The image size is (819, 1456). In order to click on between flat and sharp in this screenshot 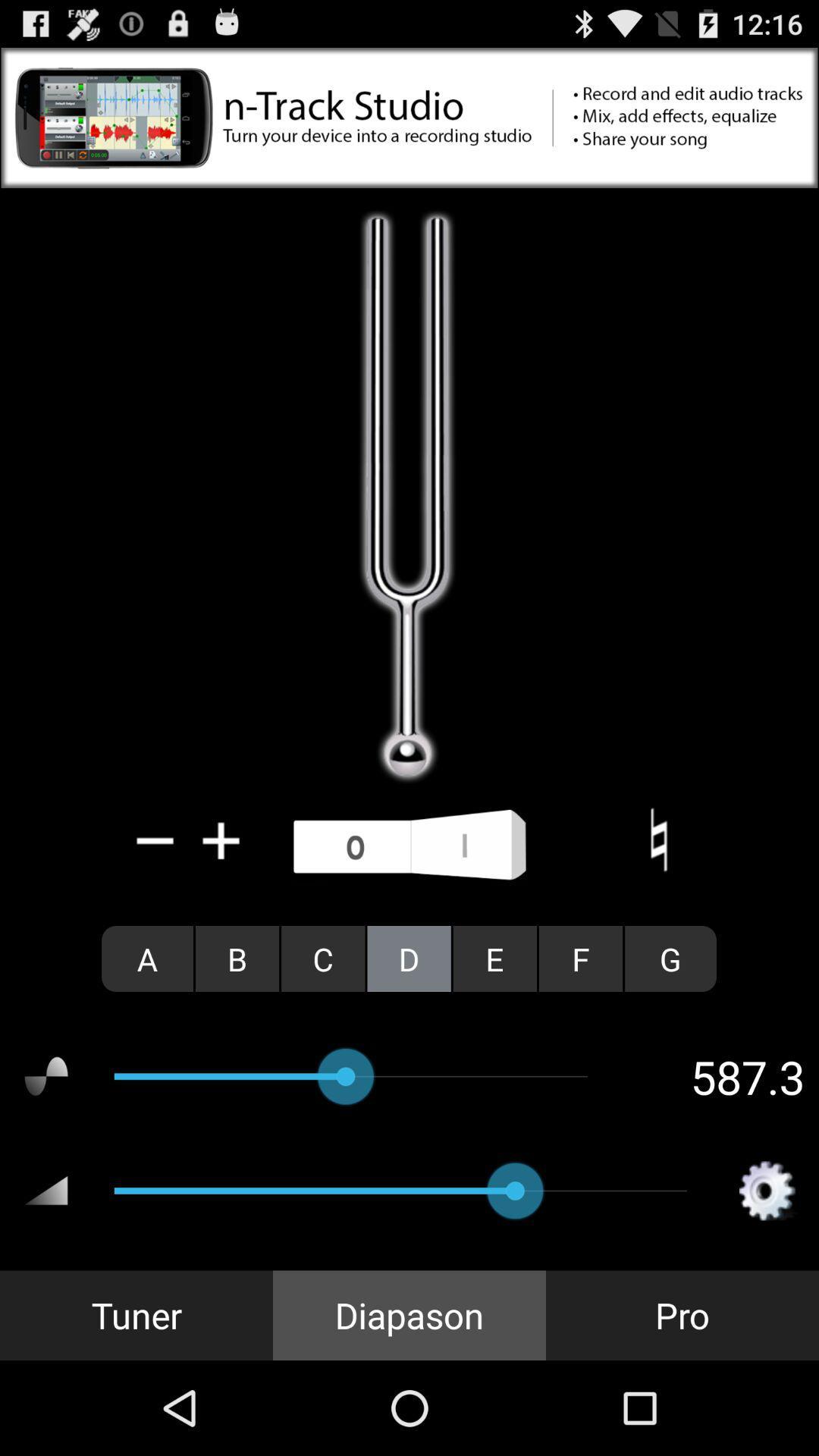, I will do `click(657, 839)`.